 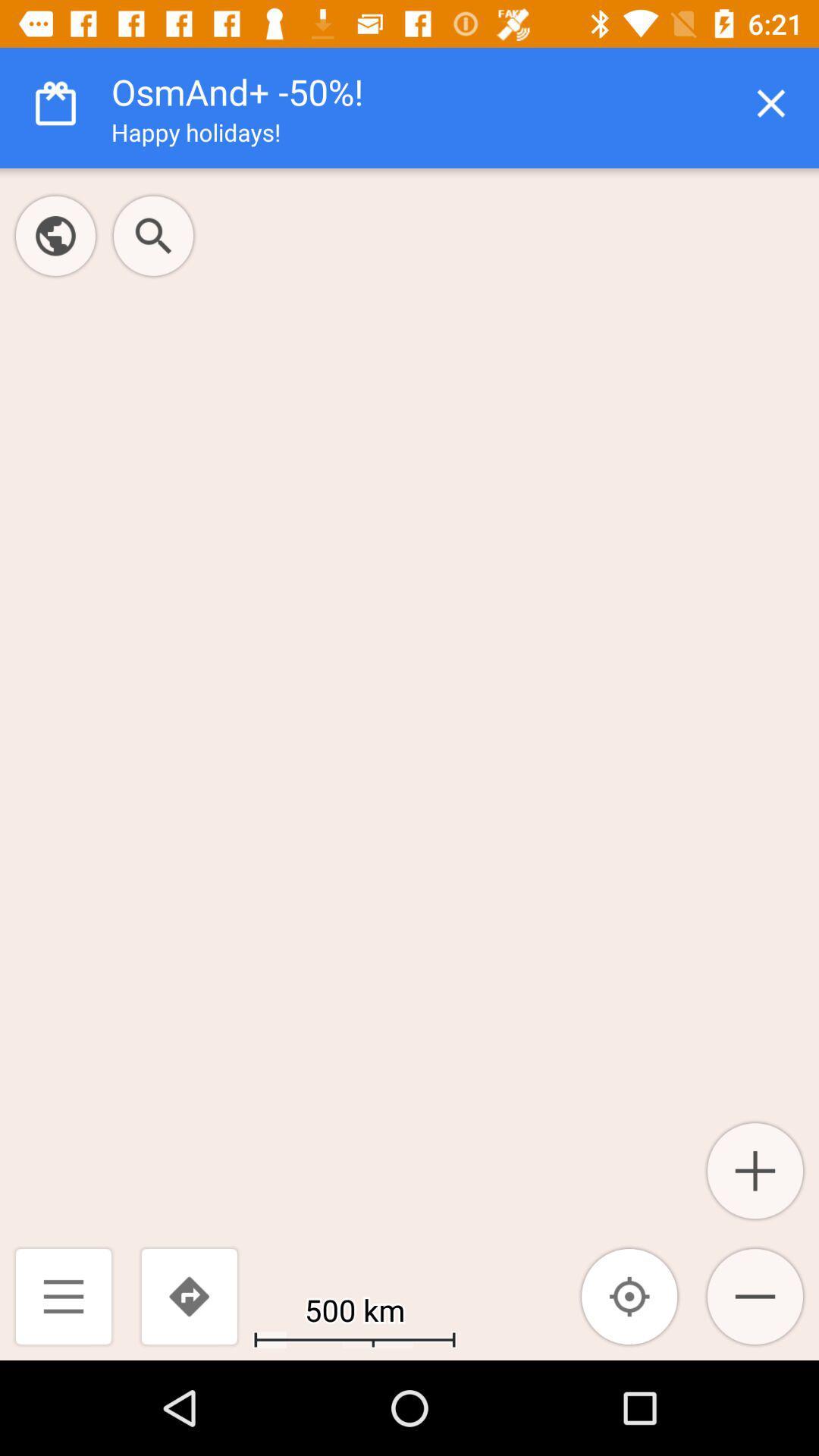 I want to click on icon next to osmand+ -50%!, so click(x=771, y=102).